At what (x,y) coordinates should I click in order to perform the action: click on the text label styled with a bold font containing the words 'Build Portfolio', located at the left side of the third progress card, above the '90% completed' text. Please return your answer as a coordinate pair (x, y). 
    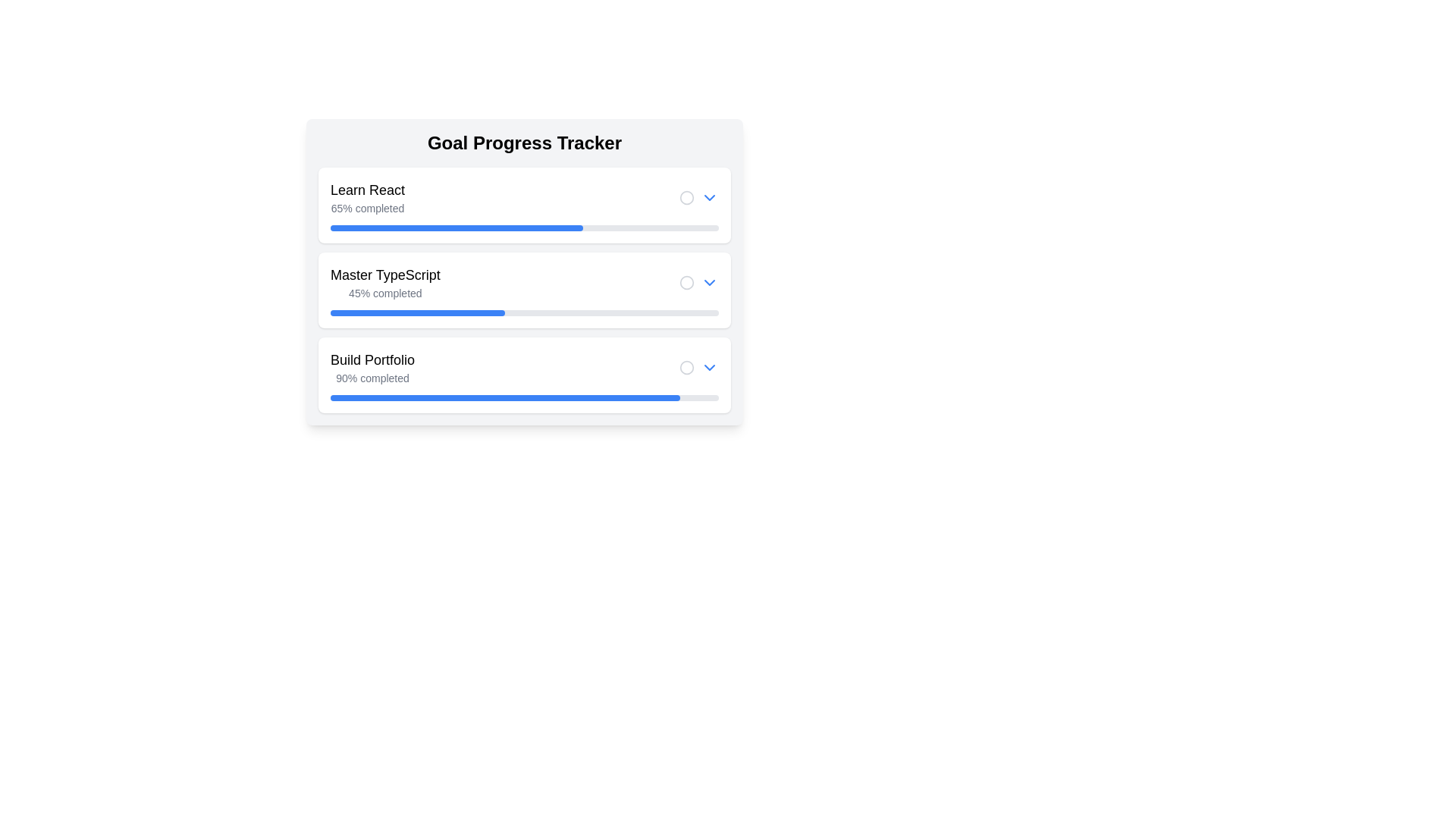
    Looking at the image, I should click on (372, 359).